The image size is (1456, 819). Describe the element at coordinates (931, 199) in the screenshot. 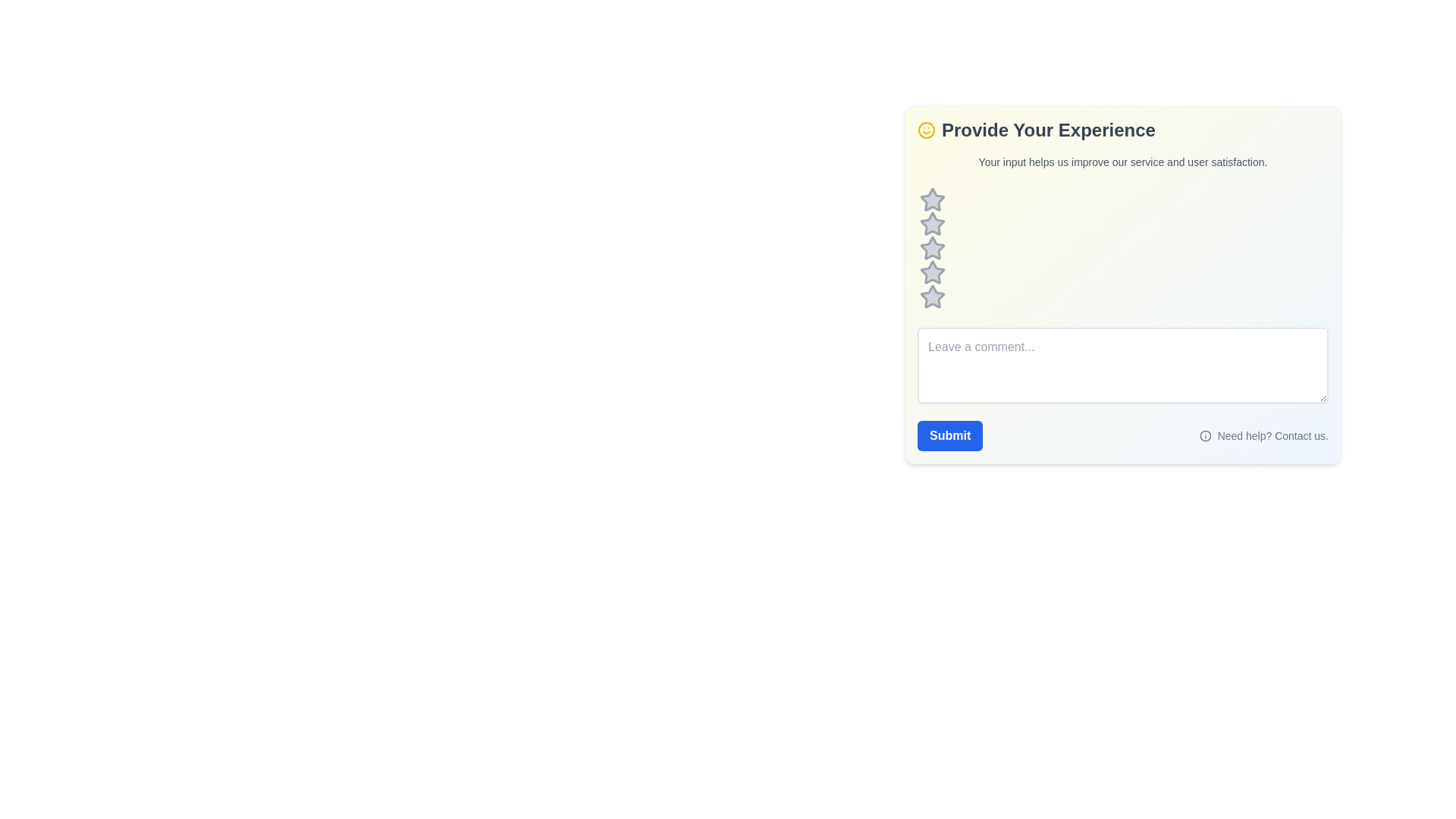

I see `the first star-shaped rating icon, which has a gray fill and border` at that location.